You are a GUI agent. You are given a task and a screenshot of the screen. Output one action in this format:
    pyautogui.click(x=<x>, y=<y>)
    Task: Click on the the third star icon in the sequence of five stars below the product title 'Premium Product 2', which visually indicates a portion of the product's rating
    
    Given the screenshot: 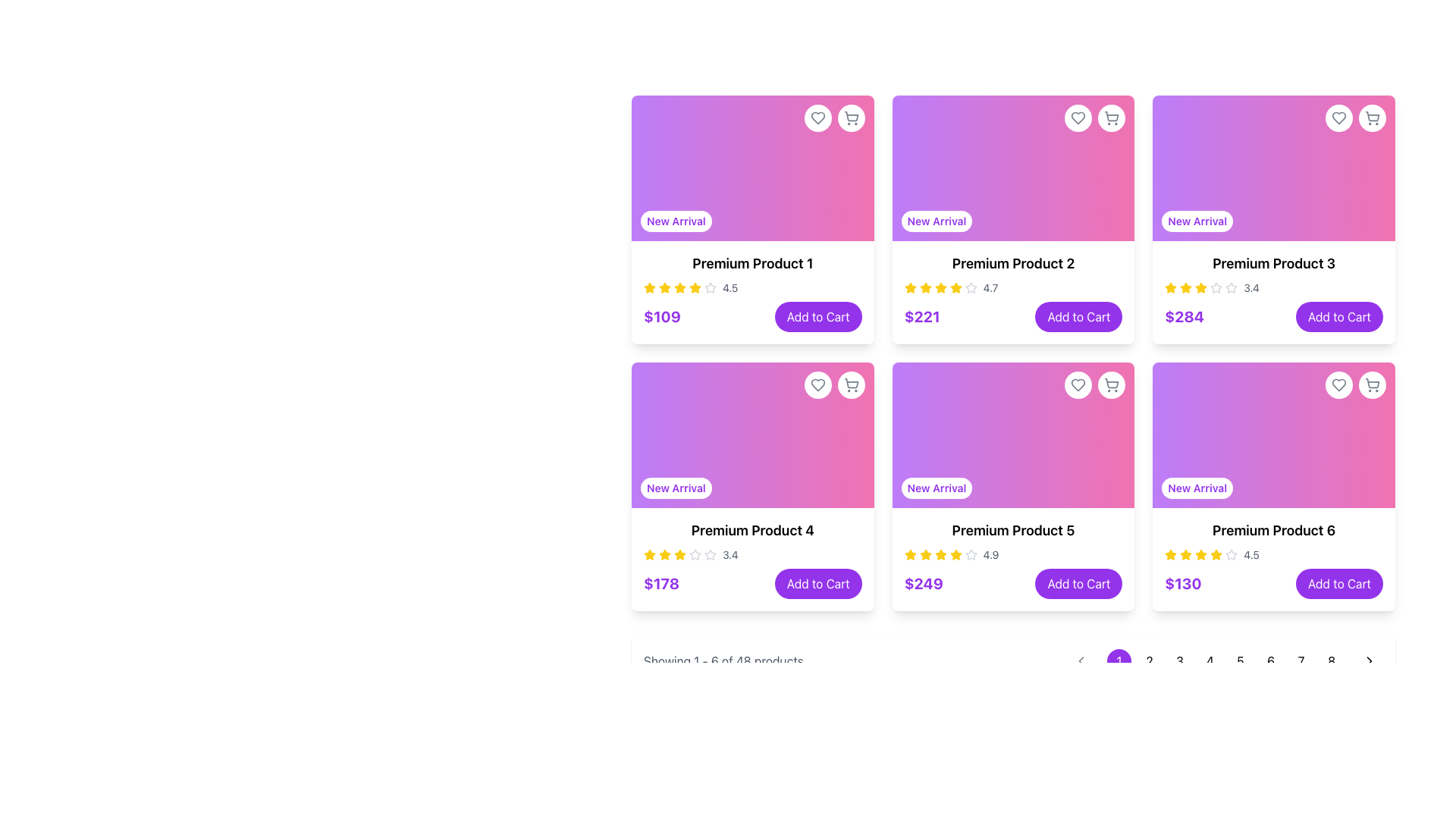 What is the action you would take?
    pyautogui.click(x=924, y=288)
    